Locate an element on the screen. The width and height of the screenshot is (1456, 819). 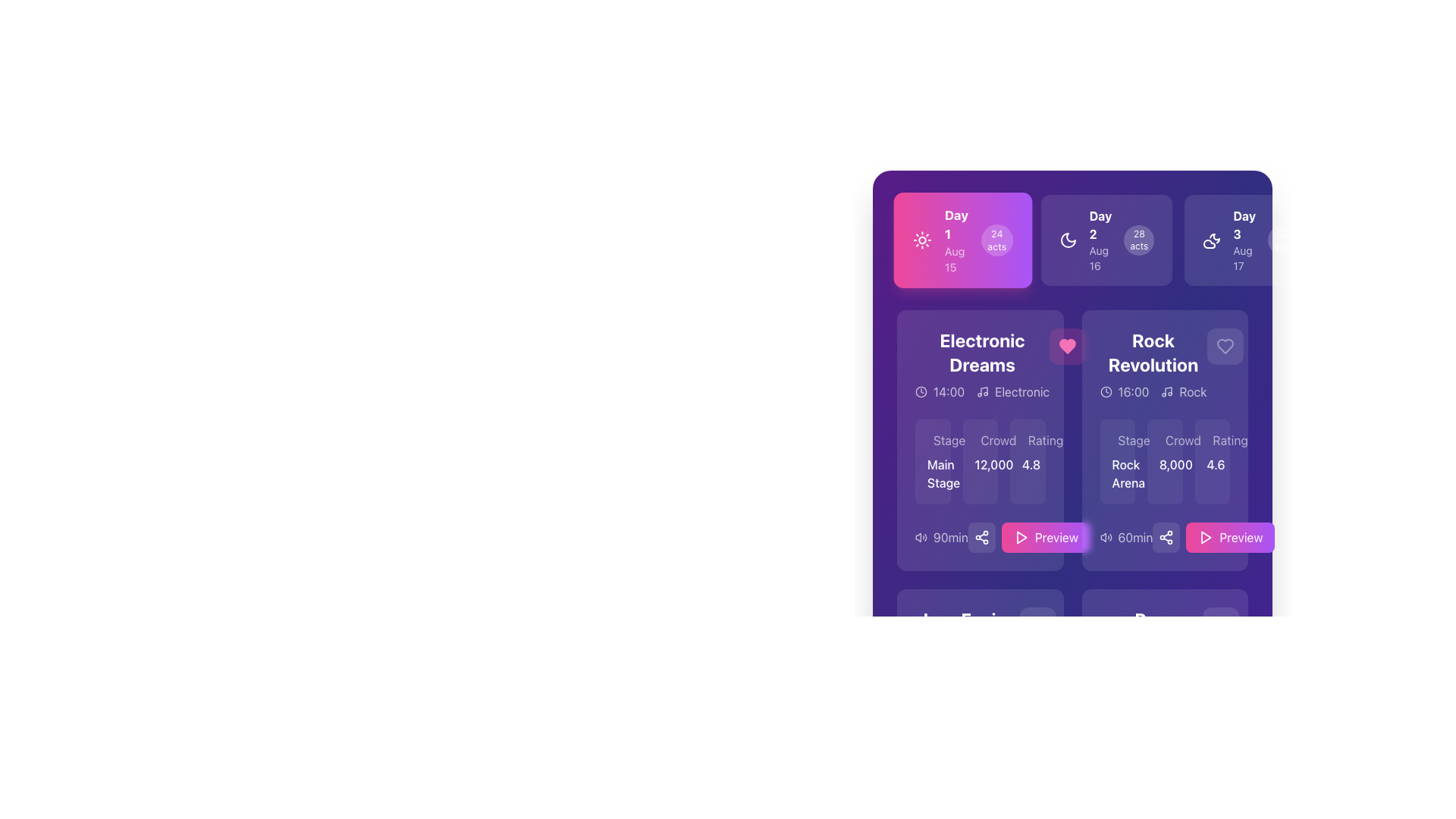
the static text label that indicates the rating value for the 'Rock Revolution' event, located towards the right section of the application, aligned horizontally with 'Stage' and 'Crowd' labels is located at coordinates (1230, 441).